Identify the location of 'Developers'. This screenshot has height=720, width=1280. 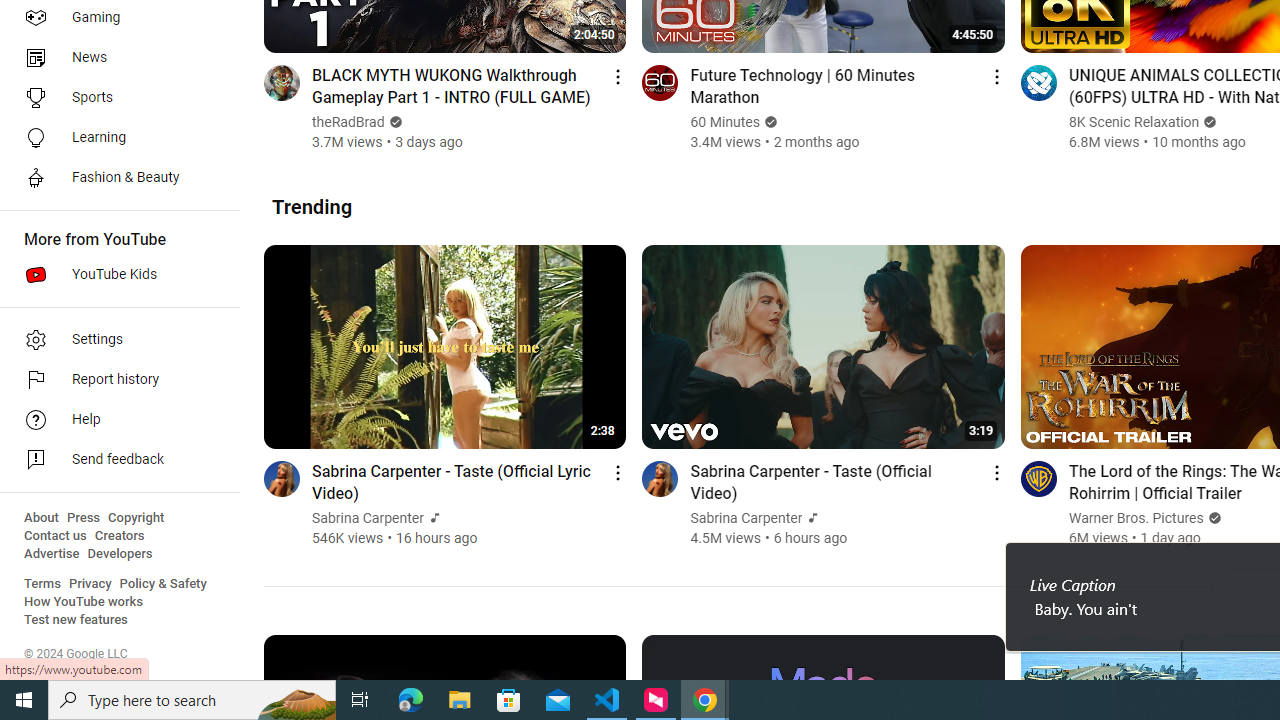
(119, 554).